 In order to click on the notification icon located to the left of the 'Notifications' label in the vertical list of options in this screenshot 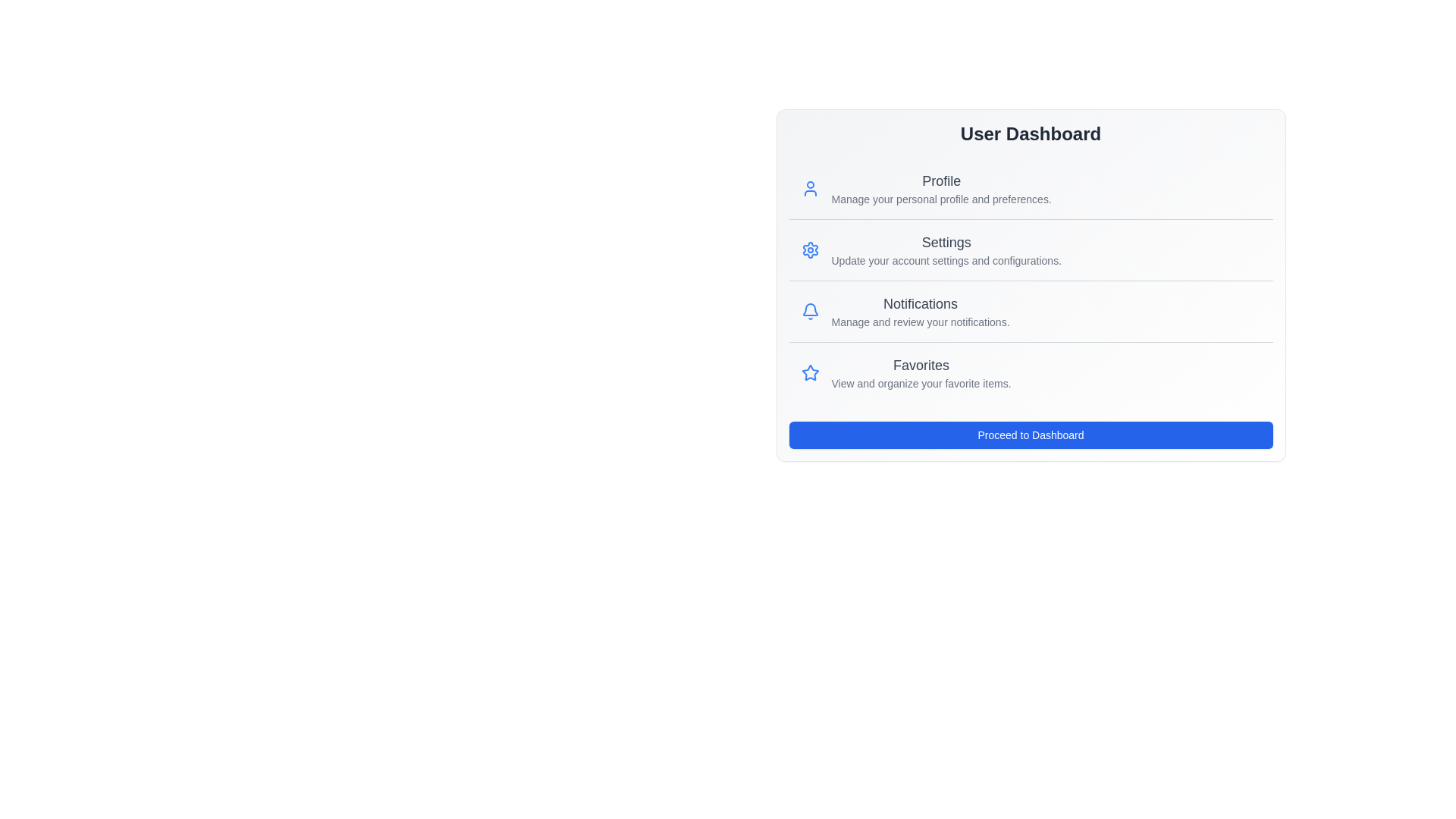, I will do `click(809, 309)`.